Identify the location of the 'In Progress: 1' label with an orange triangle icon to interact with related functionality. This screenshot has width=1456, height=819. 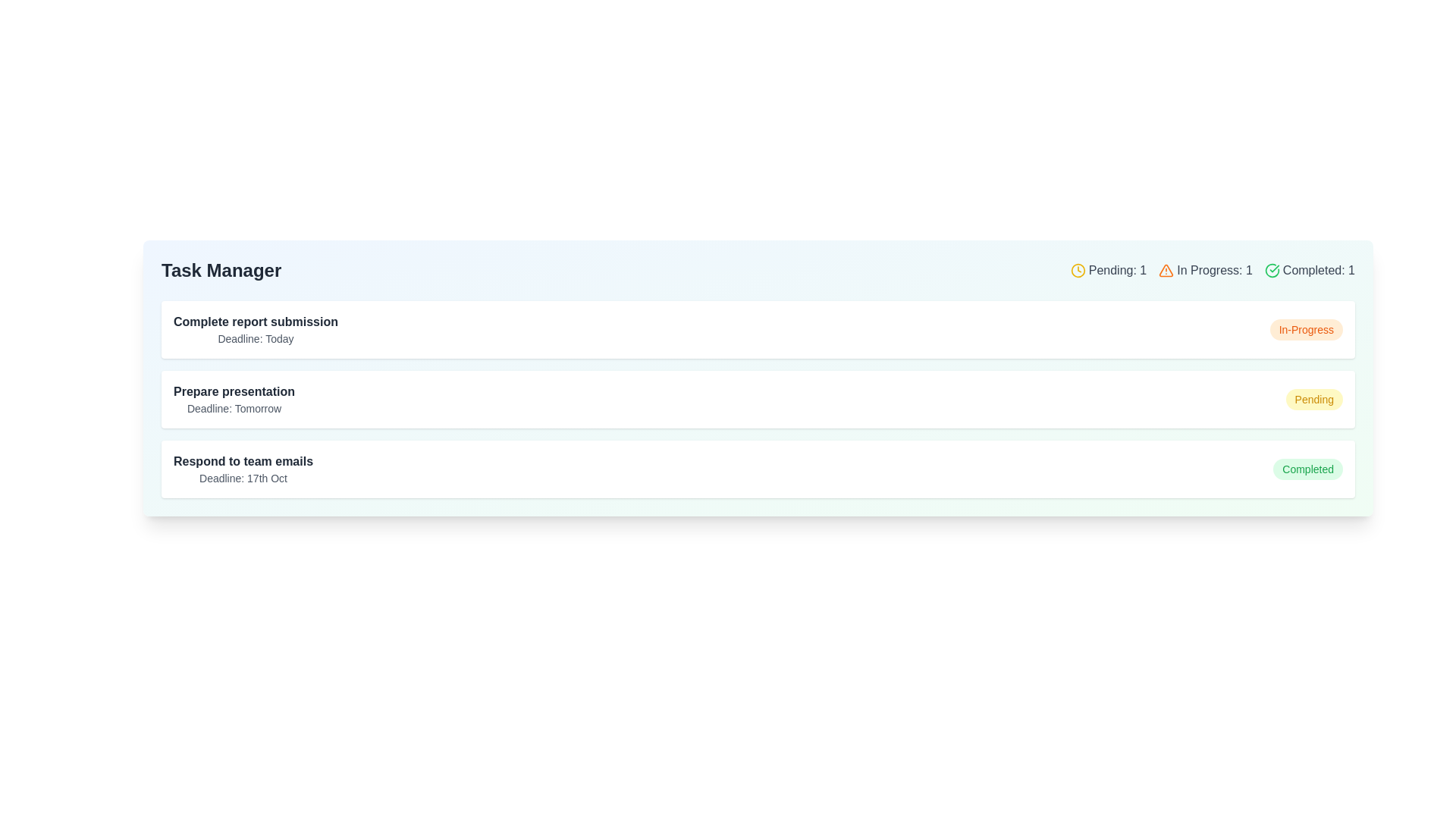
(1204, 270).